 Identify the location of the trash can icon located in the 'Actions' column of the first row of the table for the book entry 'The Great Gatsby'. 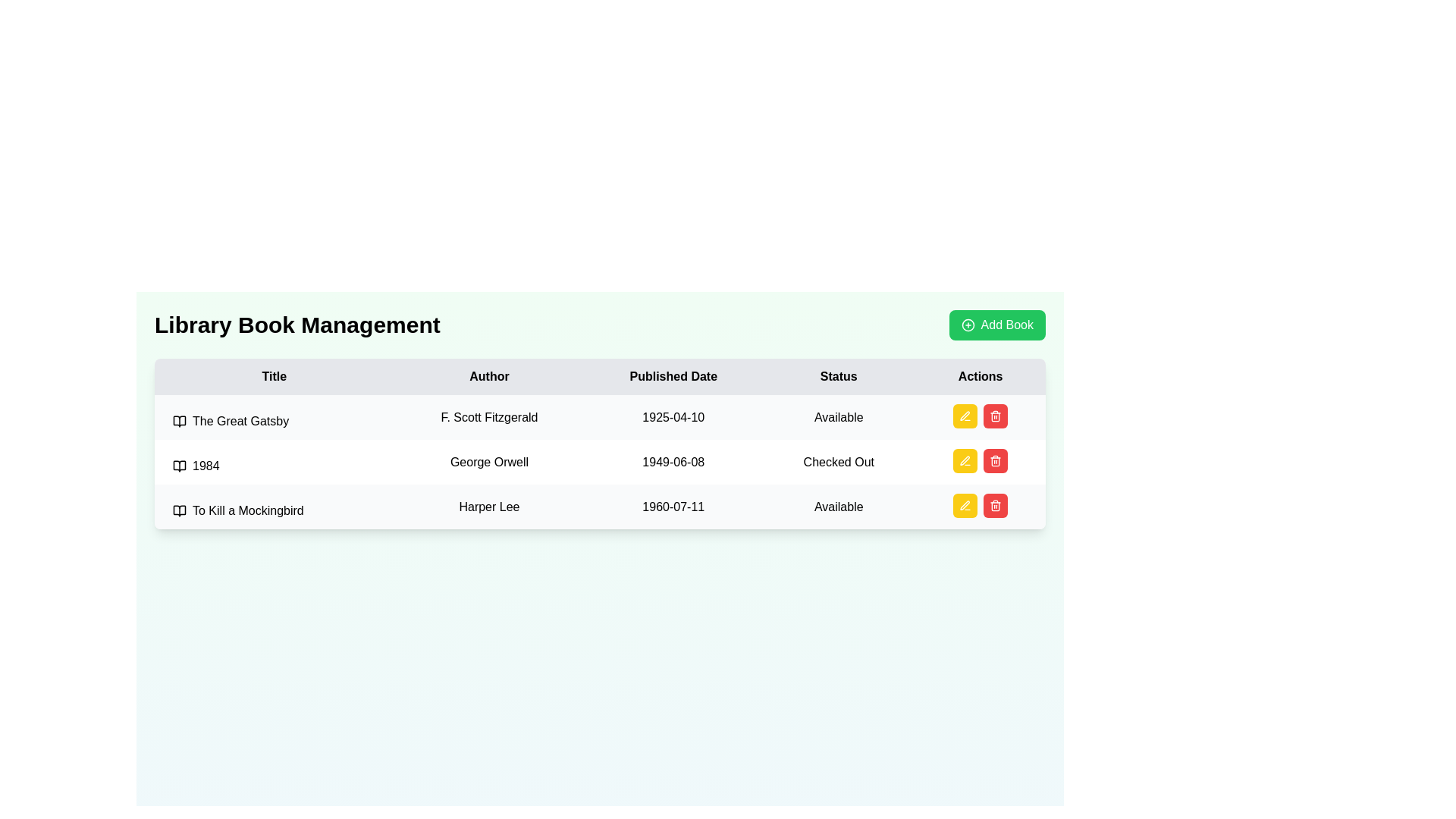
(981, 416).